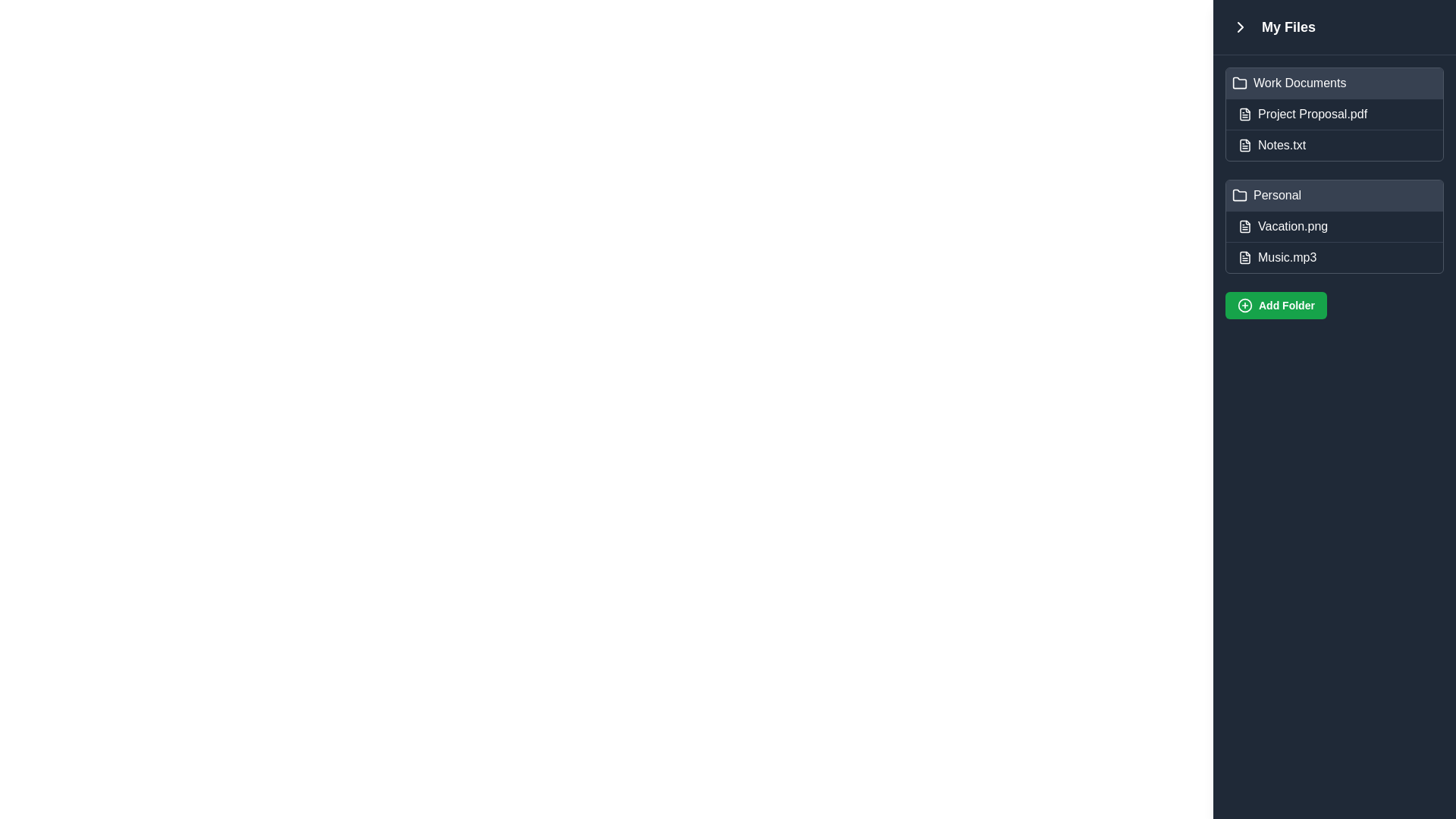 The image size is (1456, 819). I want to click on the rightward-pointing chevron arrow icon located in the upper-left region of the user interface within the 'My Files' sidebar, so click(1241, 27).